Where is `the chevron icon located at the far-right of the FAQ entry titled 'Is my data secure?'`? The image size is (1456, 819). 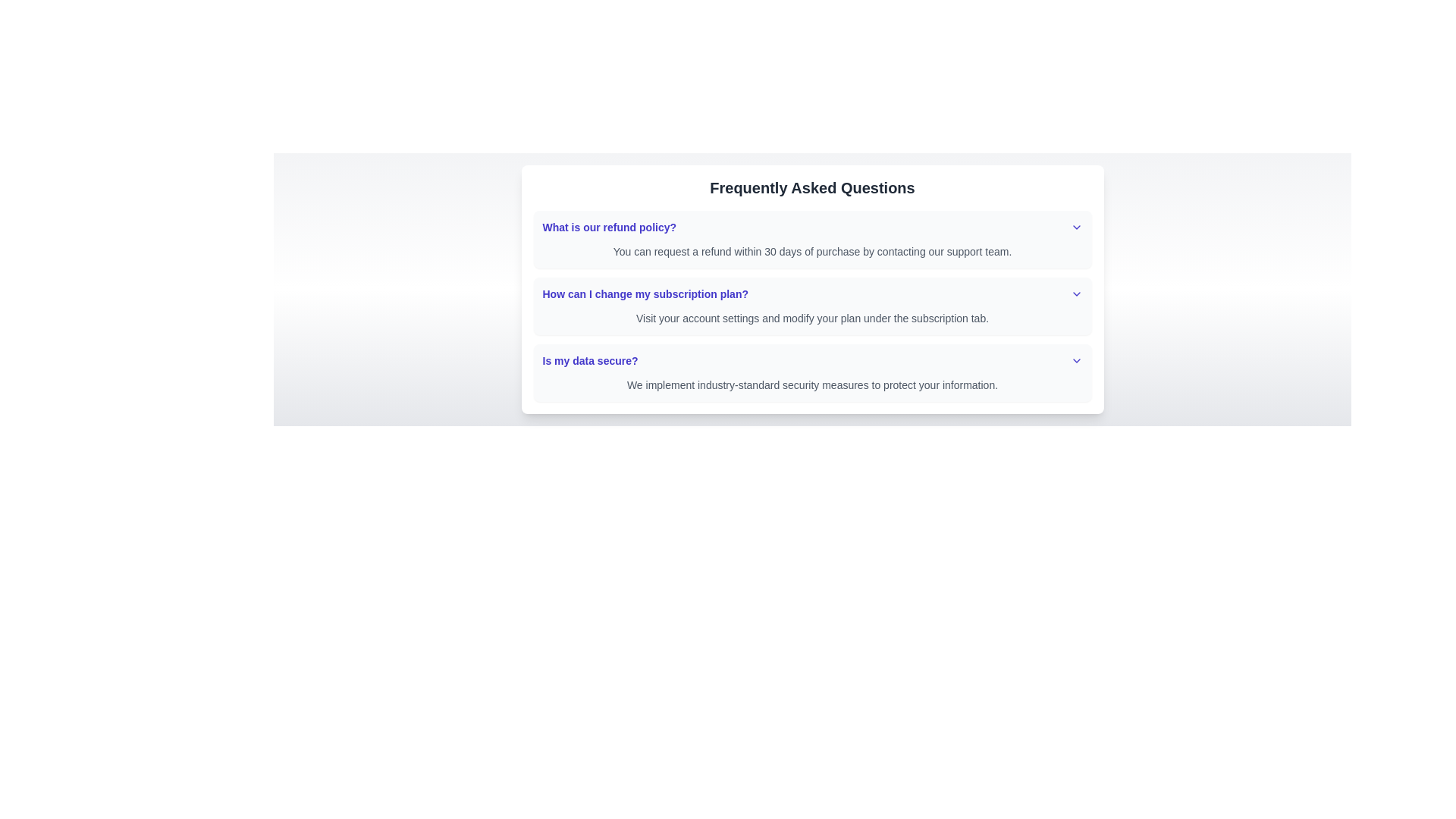 the chevron icon located at the far-right of the FAQ entry titled 'Is my data secure?' is located at coordinates (1075, 360).